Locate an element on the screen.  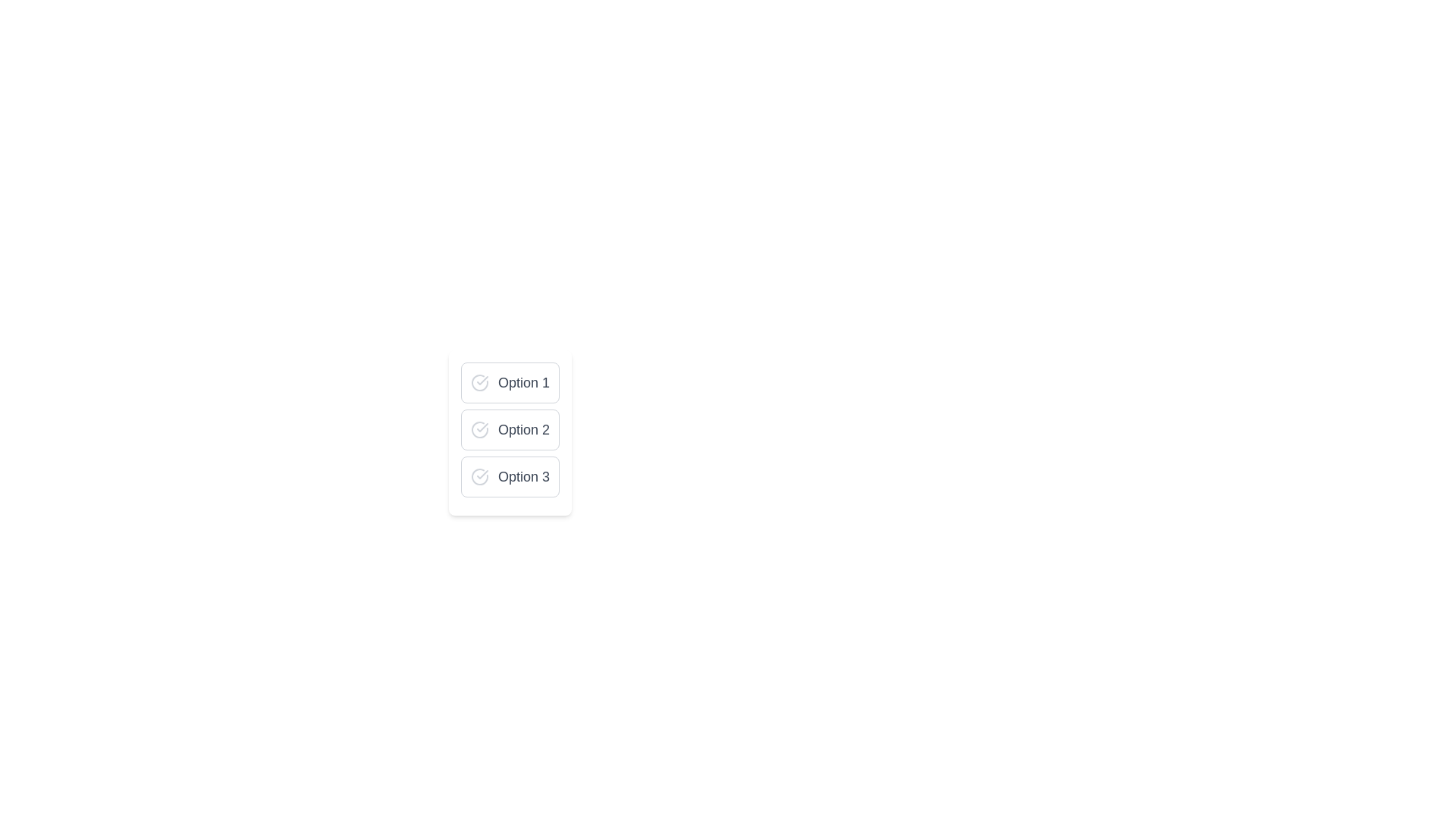
text 'Option 3' from the selectable list item, which is a rectangular block with rounded corners, featuring a light gray border and a white background, located below 'Option 2' is located at coordinates (510, 475).